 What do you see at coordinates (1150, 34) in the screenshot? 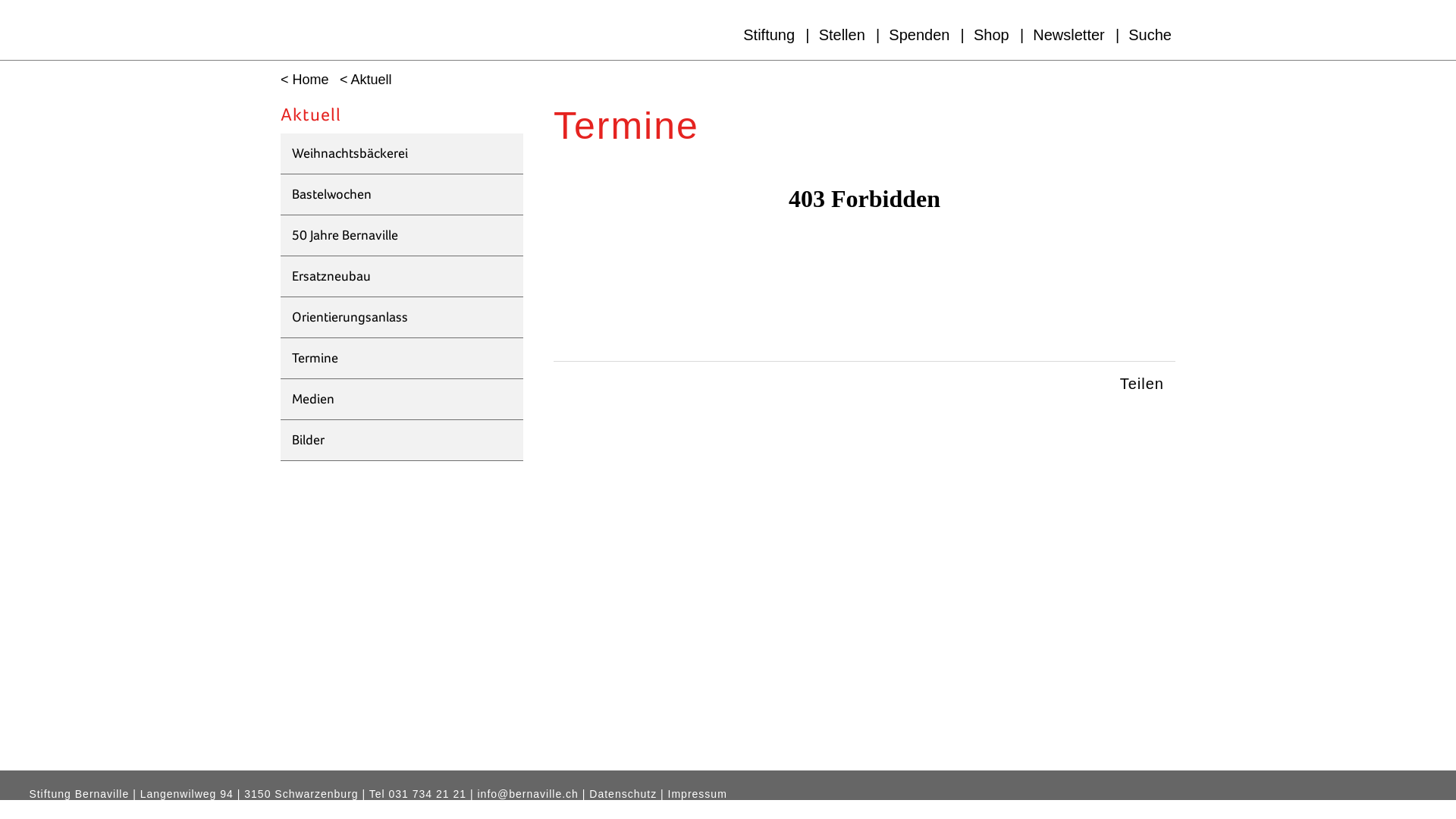
I see `'Suche'` at bounding box center [1150, 34].